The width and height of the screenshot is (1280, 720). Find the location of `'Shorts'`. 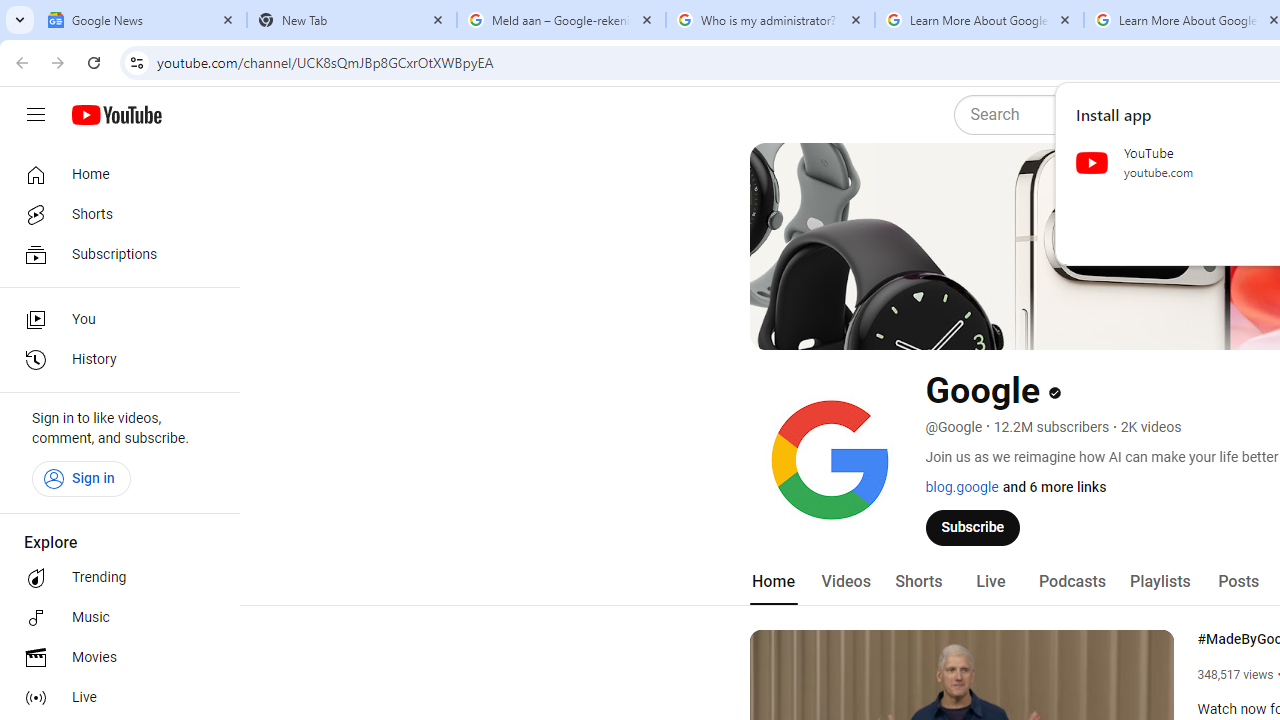

'Shorts' is located at coordinates (917, 581).